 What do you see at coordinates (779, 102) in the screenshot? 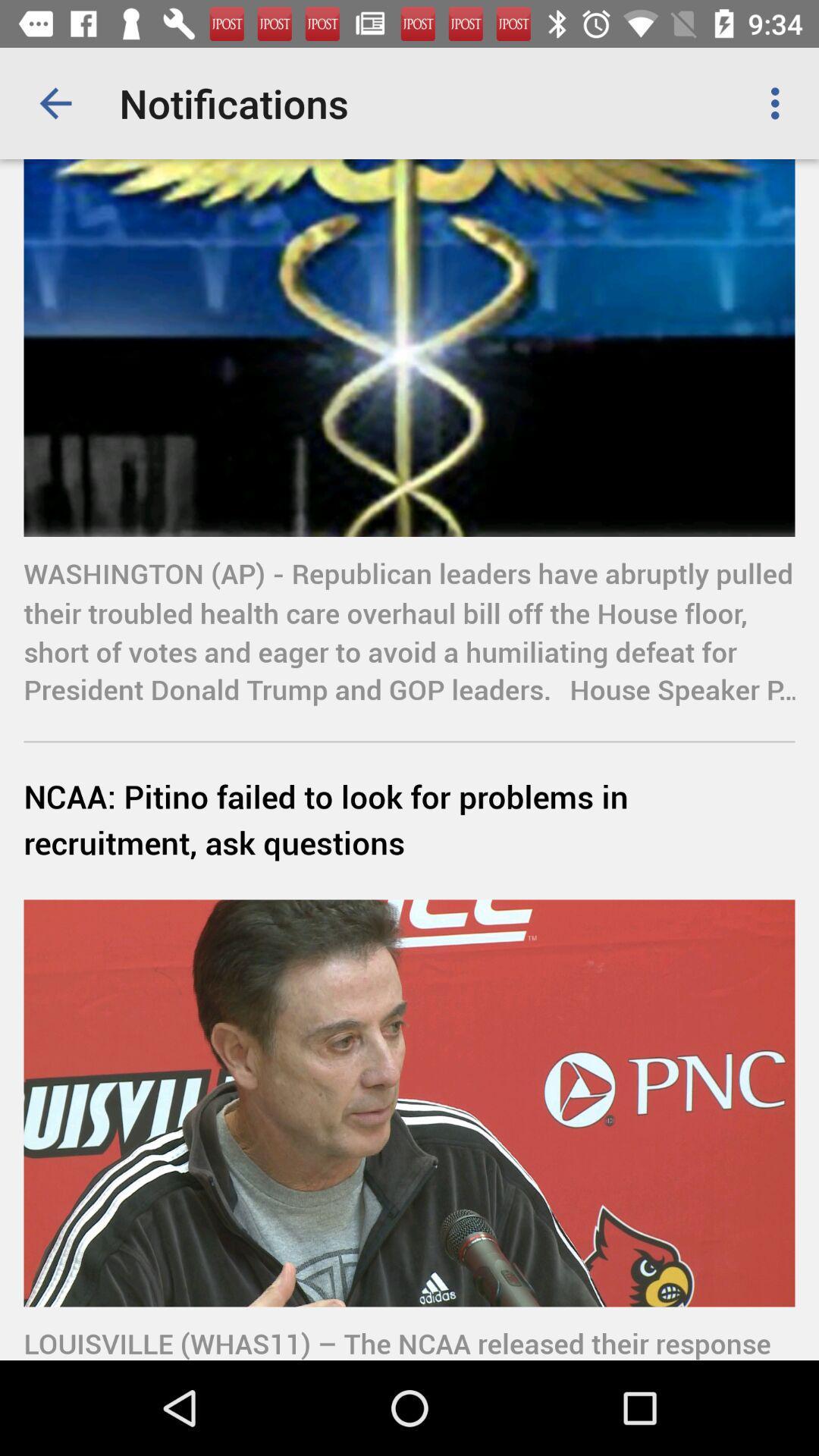
I see `the icon at the top right corner` at bounding box center [779, 102].